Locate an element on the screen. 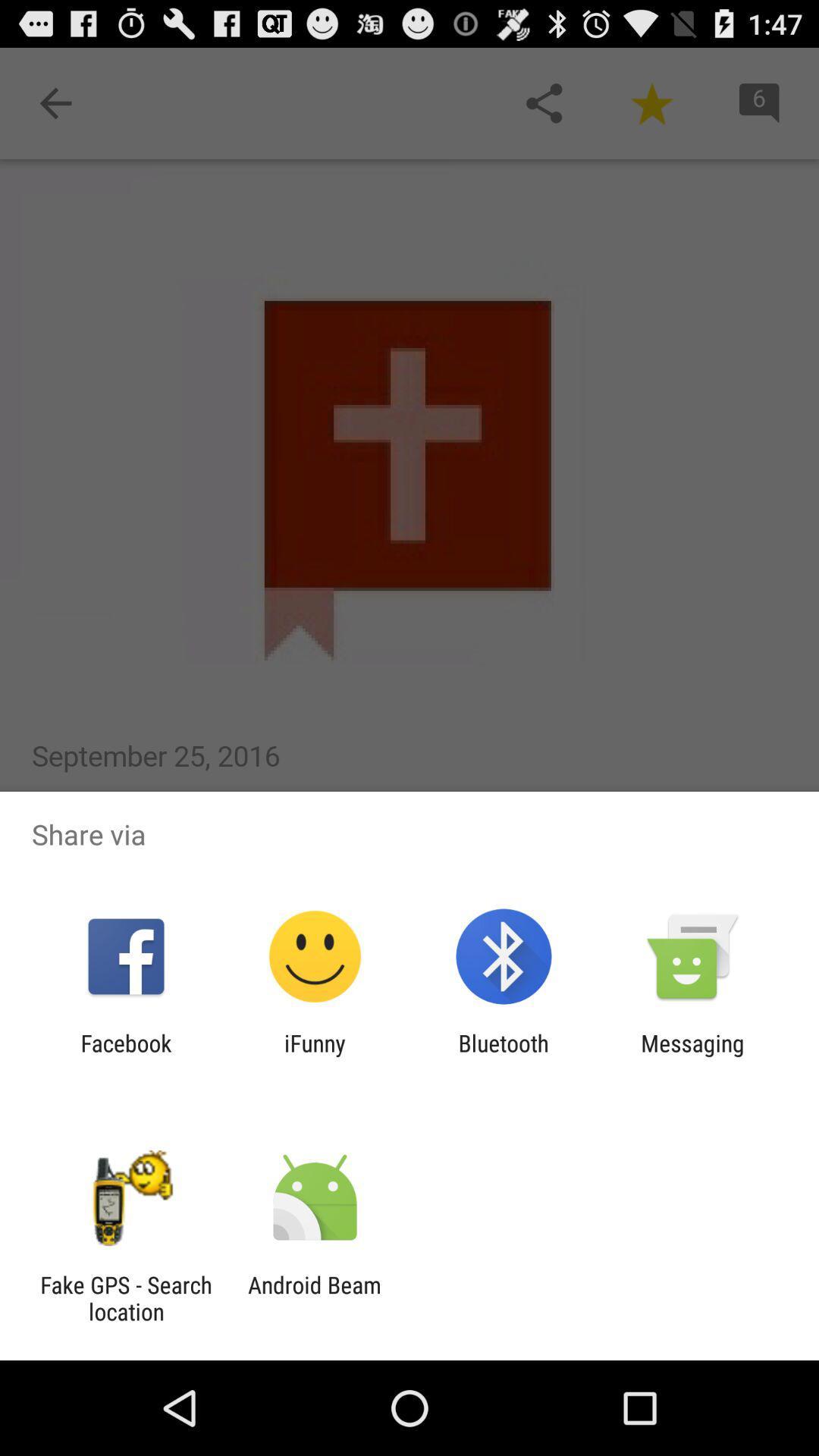  the app to the right of the ifunny is located at coordinates (504, 1056).